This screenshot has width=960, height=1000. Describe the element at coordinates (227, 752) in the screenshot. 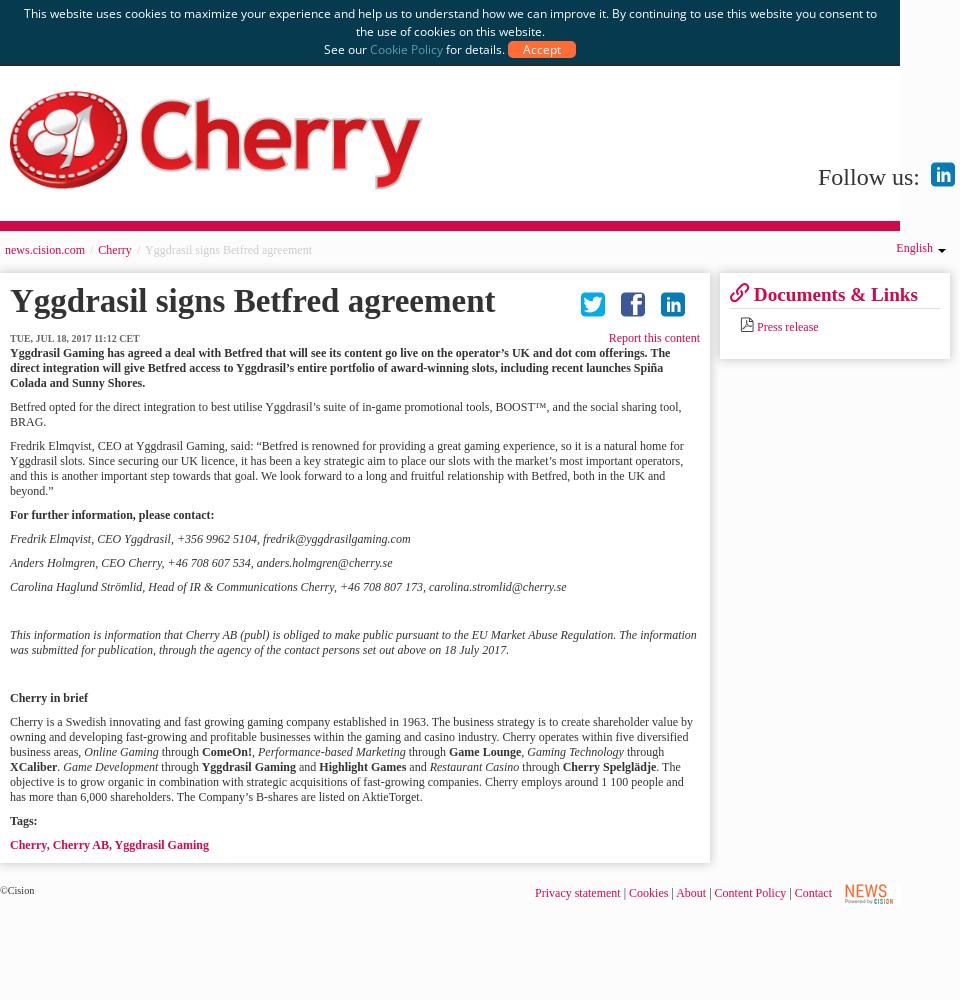

I see `'ComeOn!'` at that location.